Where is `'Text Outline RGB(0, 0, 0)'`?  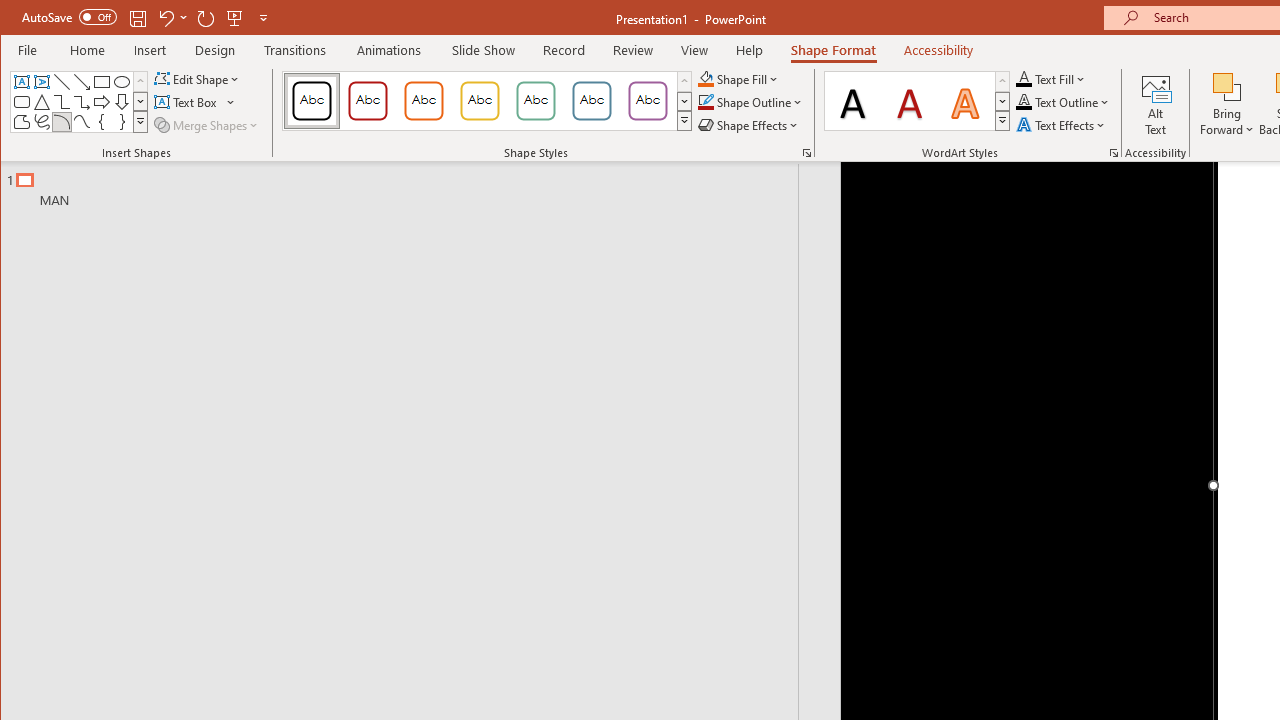
'Text Outline RGB(0, 0, 0)' is located at coordinates (1024, 102).